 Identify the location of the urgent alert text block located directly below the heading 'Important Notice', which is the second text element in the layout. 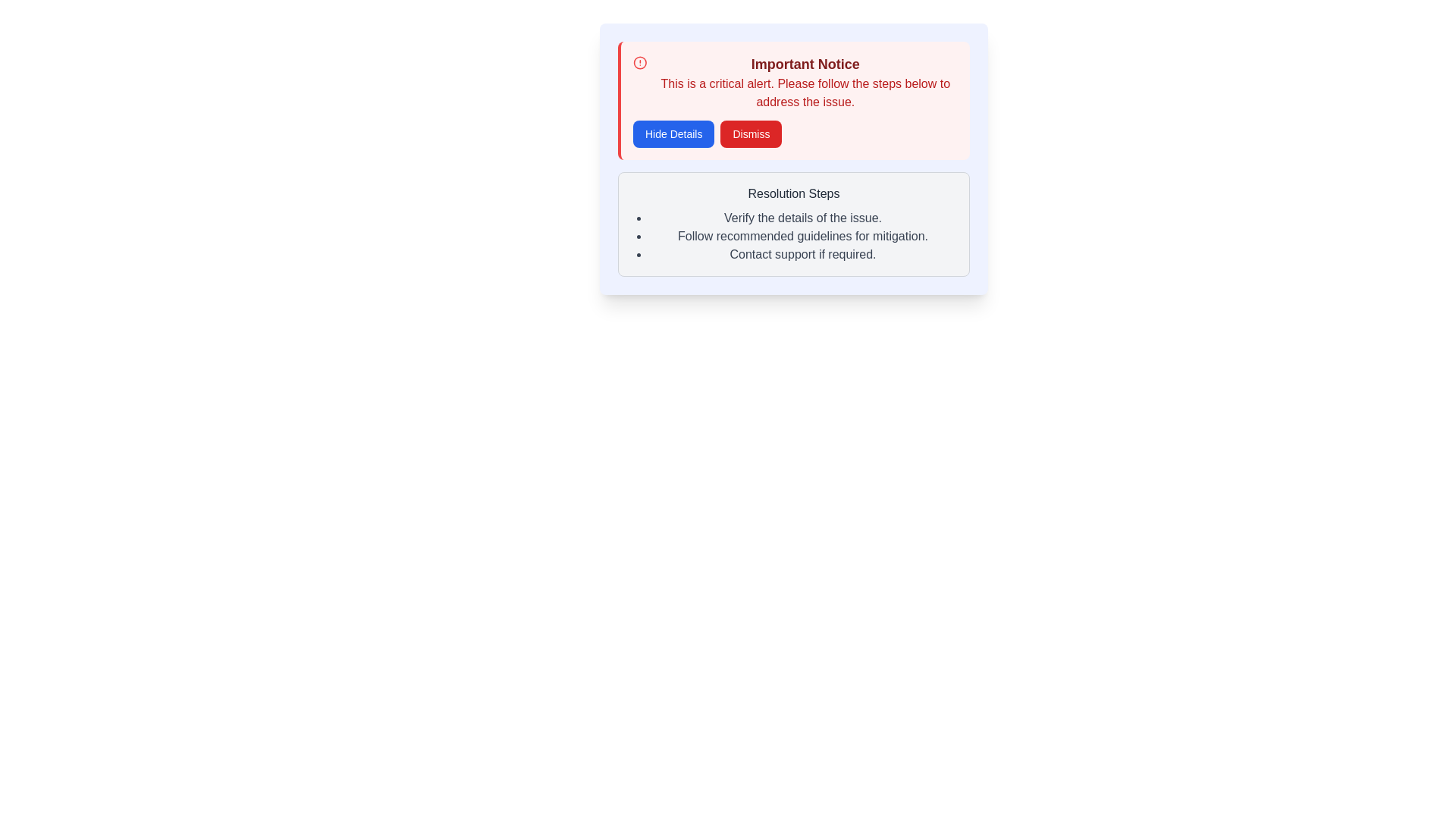
(805, 93).